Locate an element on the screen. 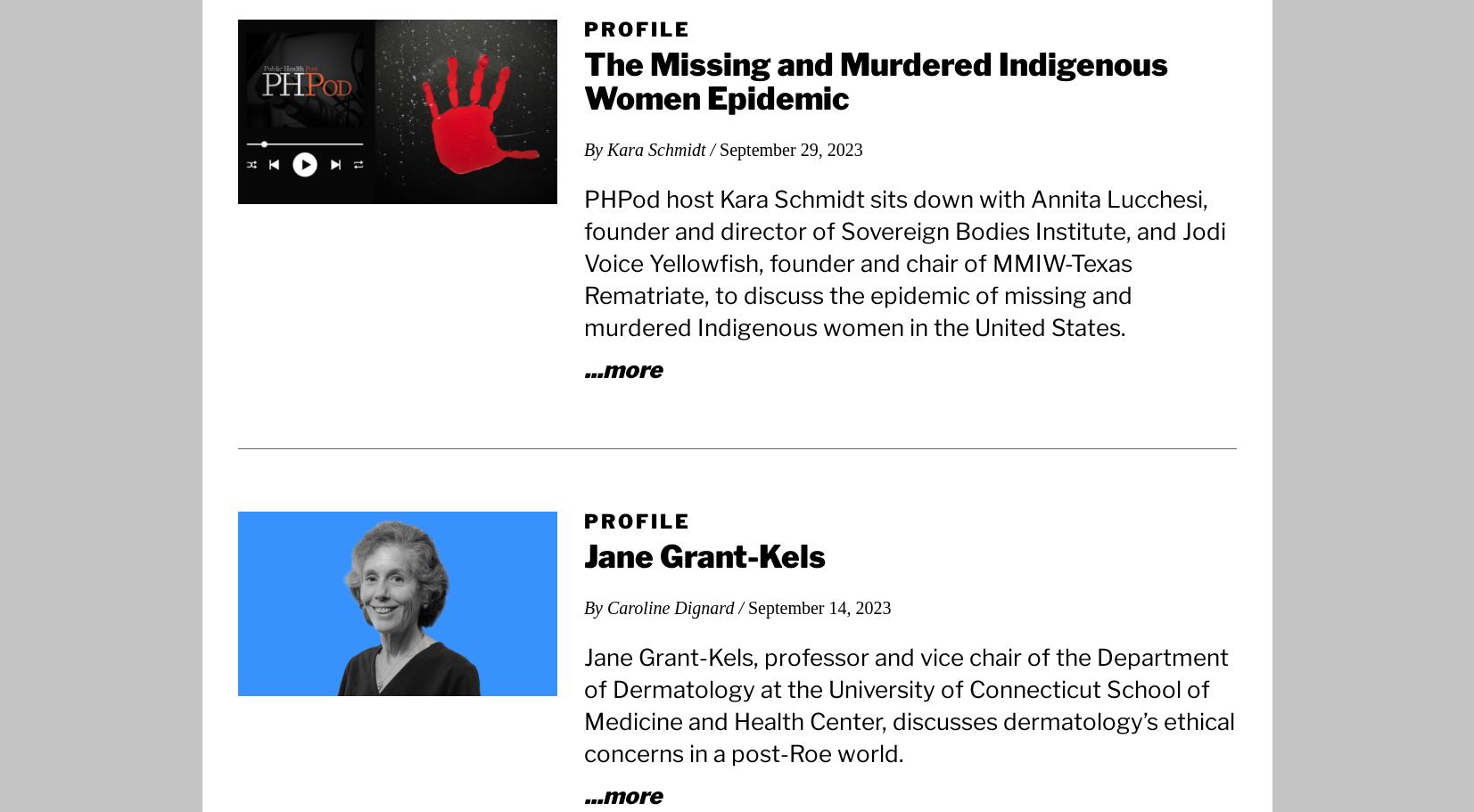  'September 14, 2023' is located at coordinates (819, 605).